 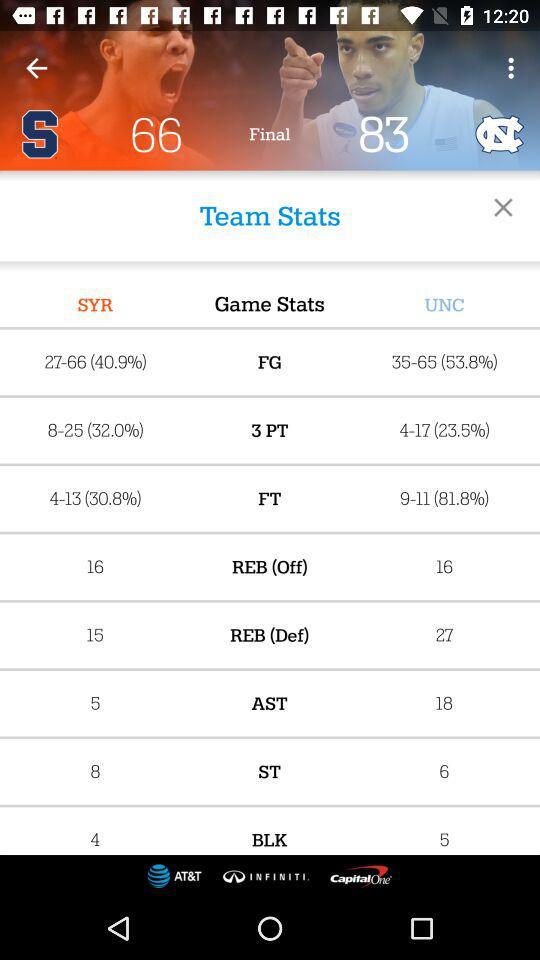 What do you see at coordinates (502, 207) in the screenshot?
I see `the close icon` at bounding box center [502, 207].